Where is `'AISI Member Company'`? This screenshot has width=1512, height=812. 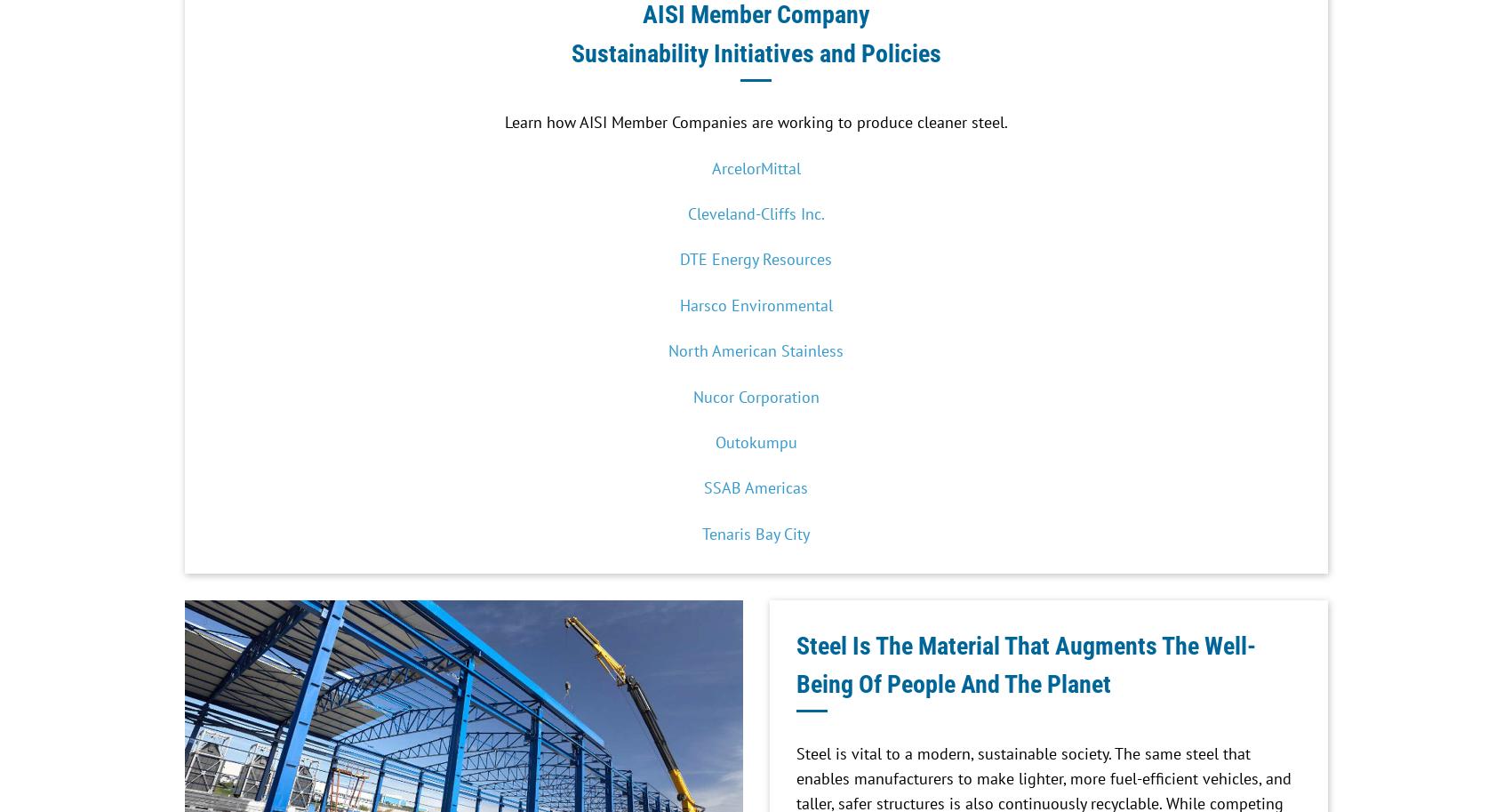
'AISI Member Company' is located at coordinates (756, 14).